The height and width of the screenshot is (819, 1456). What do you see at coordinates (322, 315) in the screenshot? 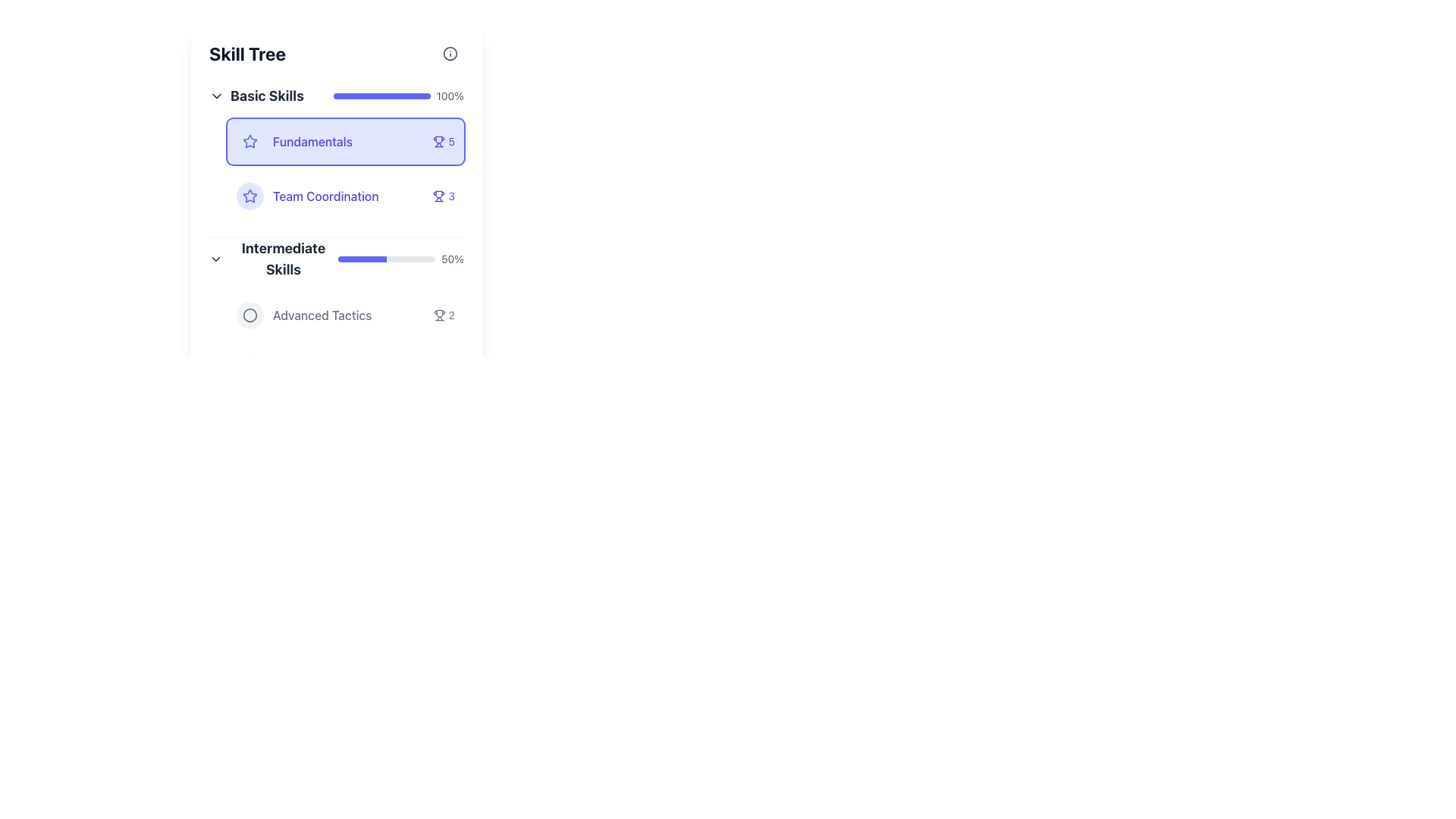
I see `the Text Label that provides the name of a skill or category within the skill tree interface` at bounding box center [322, 315].